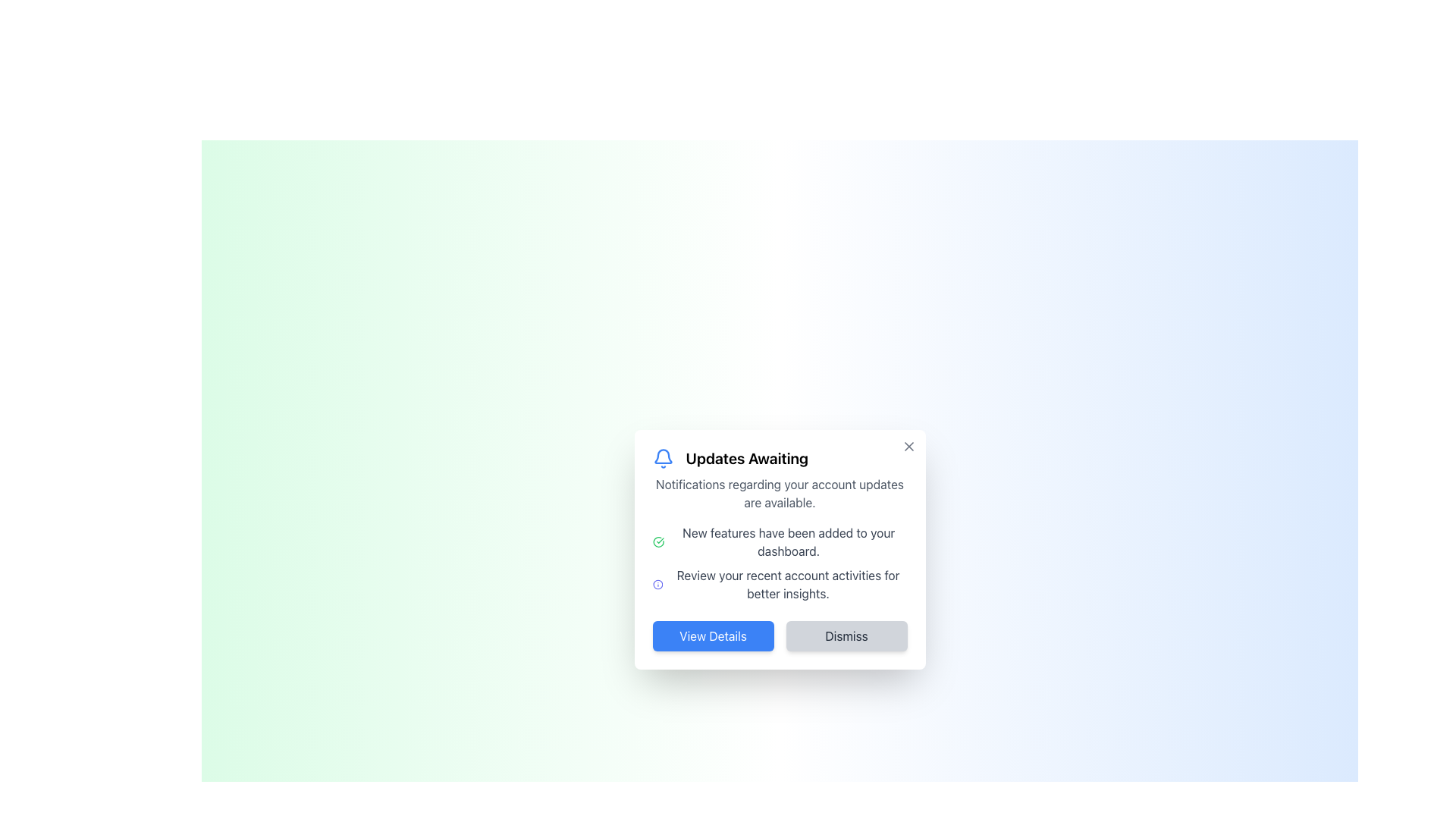 The image size is (1456, 819). Describe the element at coordinates (657, 584) in the screenshot. I see `the circular blue icon representing information, located to the left of the text 'Review your recent account activities for better insights.'` at that location.